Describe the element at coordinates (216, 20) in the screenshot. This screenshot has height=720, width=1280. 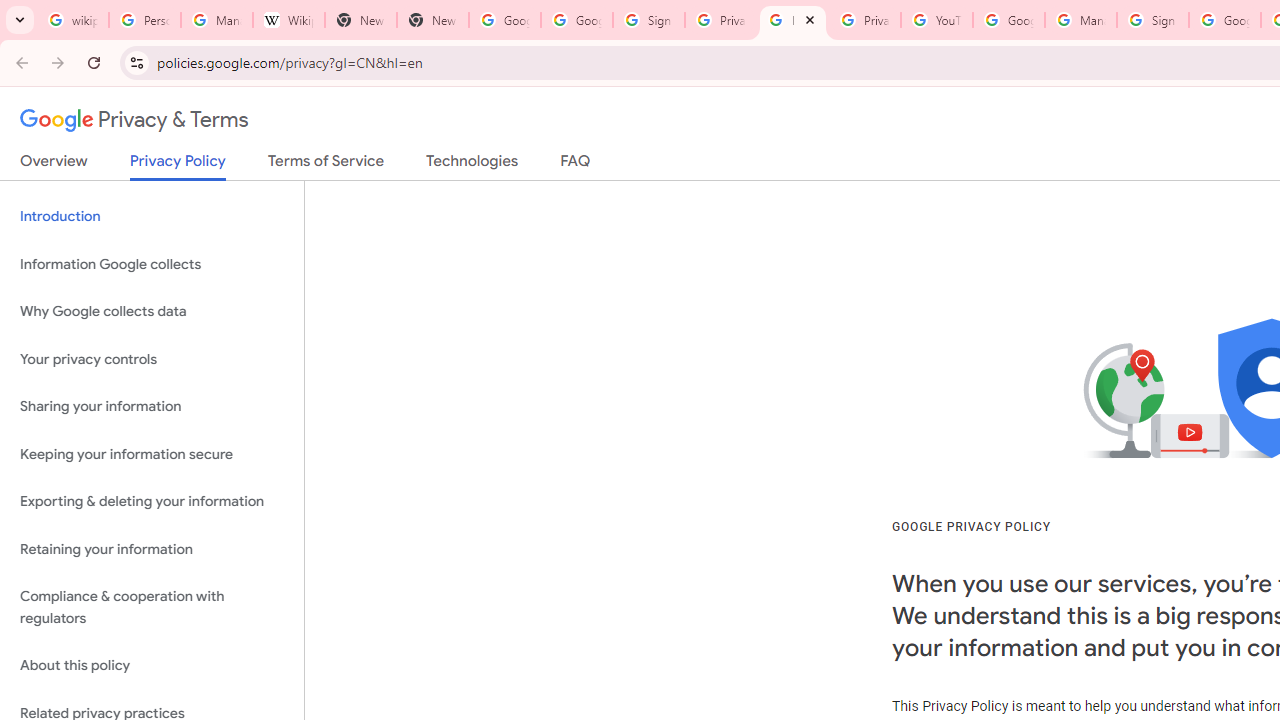
I see `'Manage your Location History - Google Search Help'` at that location.